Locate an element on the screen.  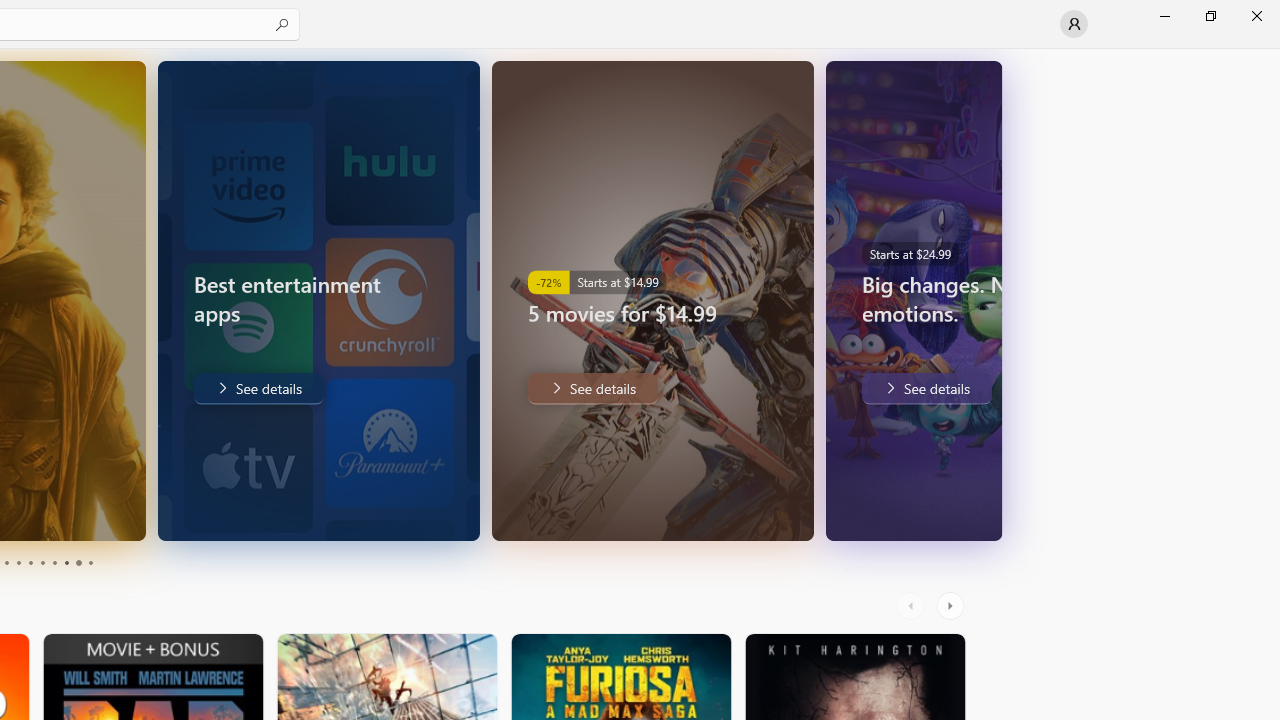
'Page 8' is located at coordinates (65, 563).